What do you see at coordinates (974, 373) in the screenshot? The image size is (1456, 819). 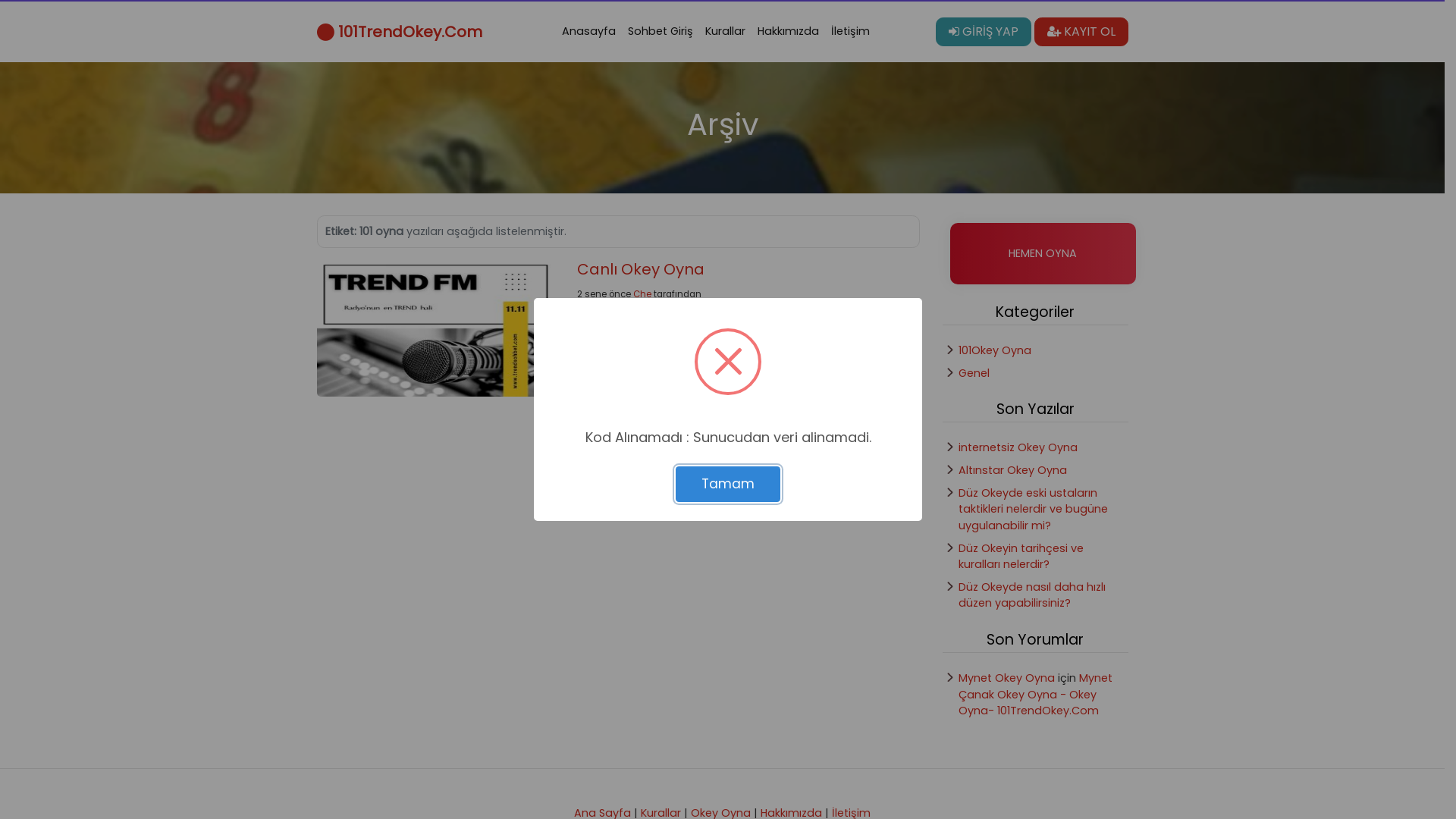 I see `'Genel'` at bounding box center [974, 373].